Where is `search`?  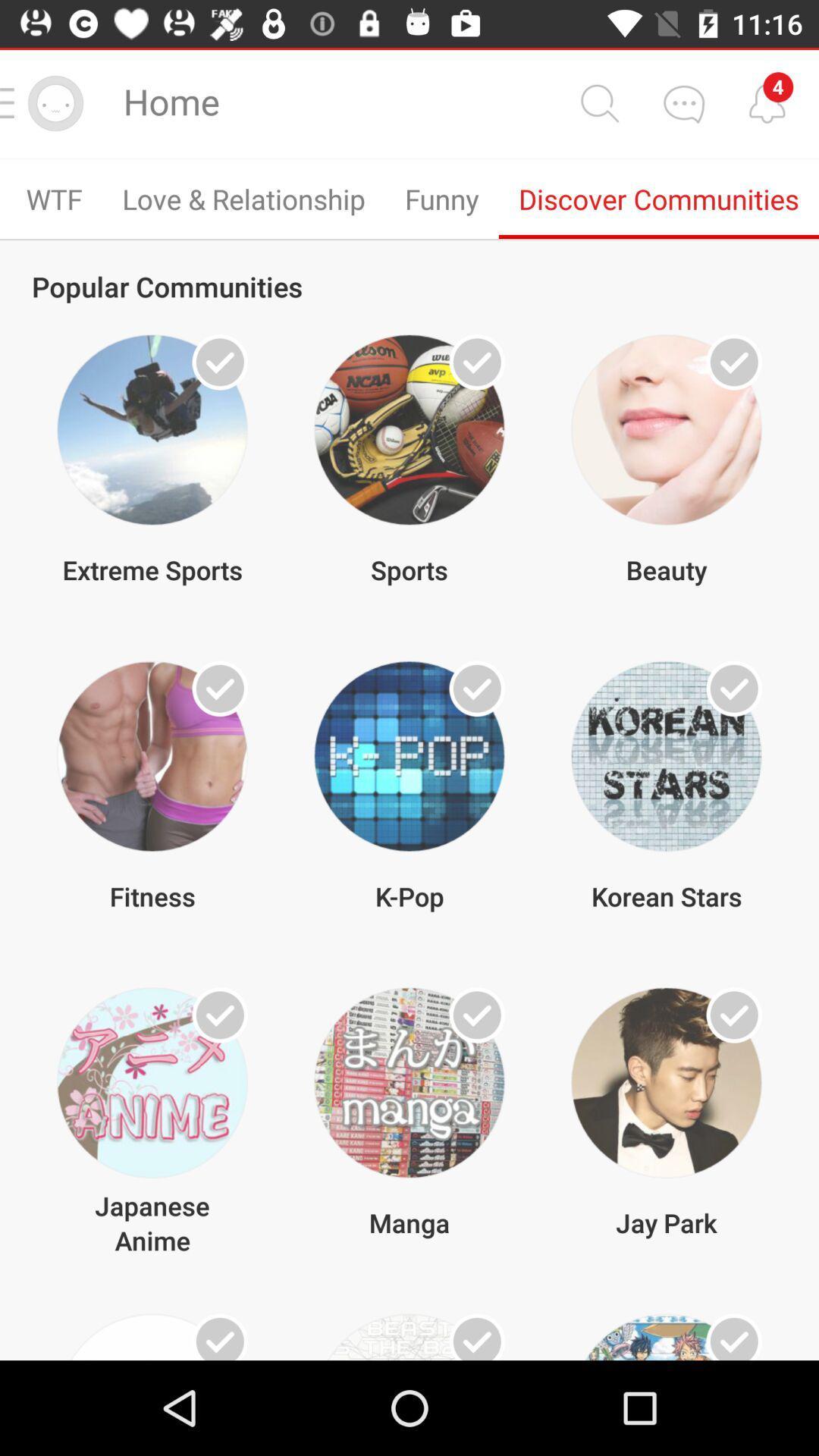
search is located at coordinates (598, 102).